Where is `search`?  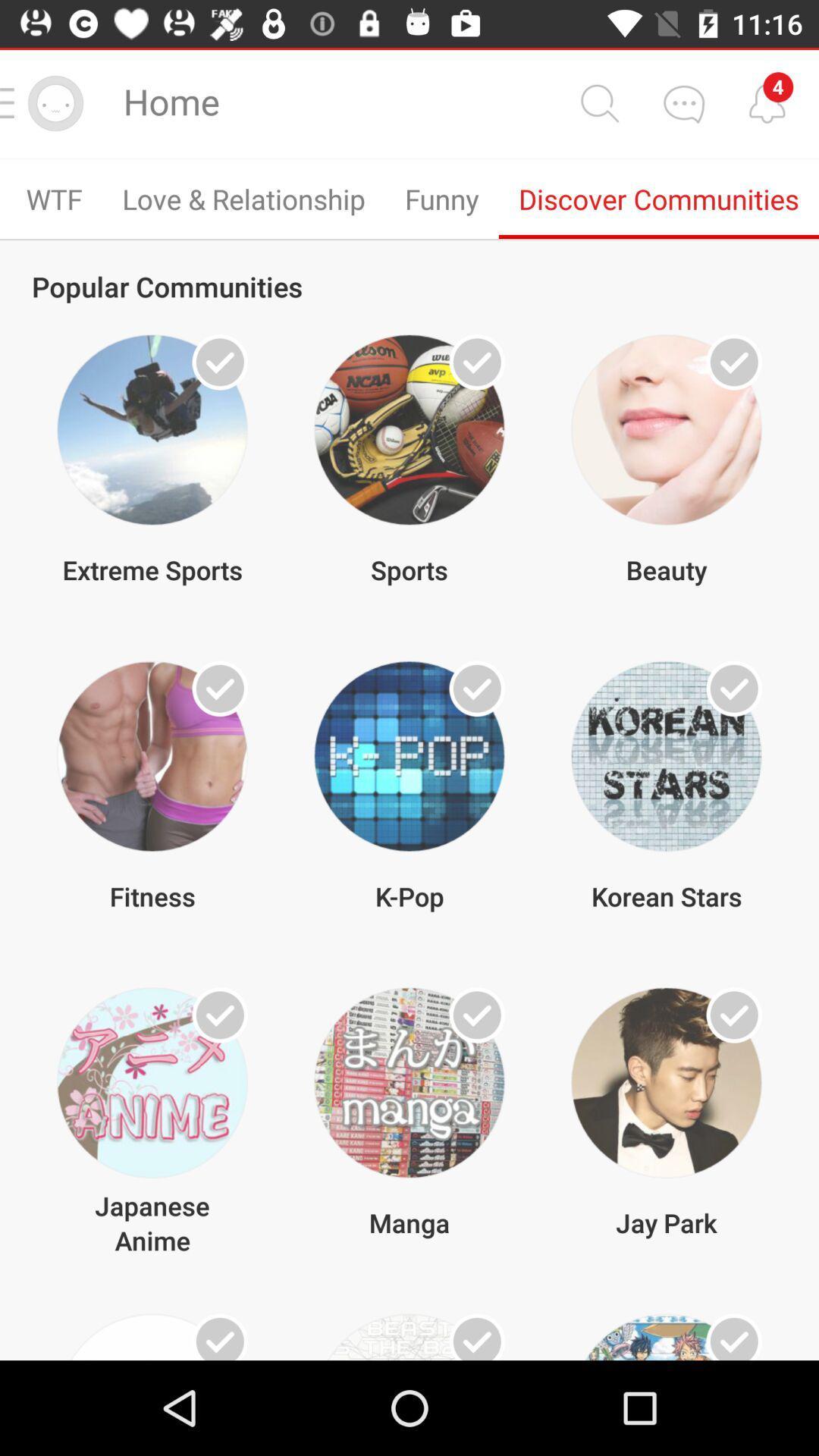
search is located at coordinates (598, 102).